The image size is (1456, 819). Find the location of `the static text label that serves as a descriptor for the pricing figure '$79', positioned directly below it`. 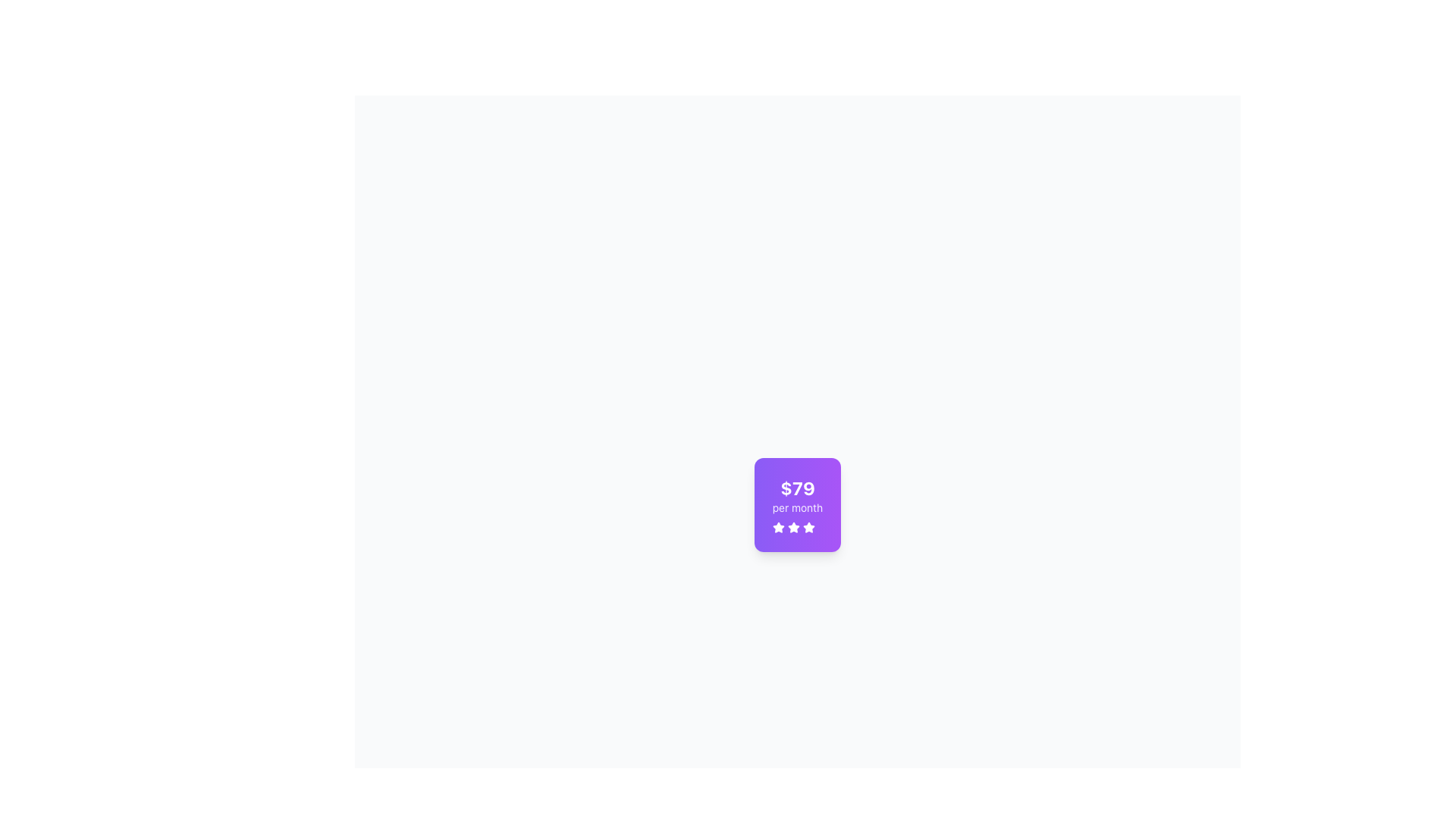

the static text label that serves as a descriptor for the pricing figure '$79', positioned directly below it is located at coordinates (796, 508).